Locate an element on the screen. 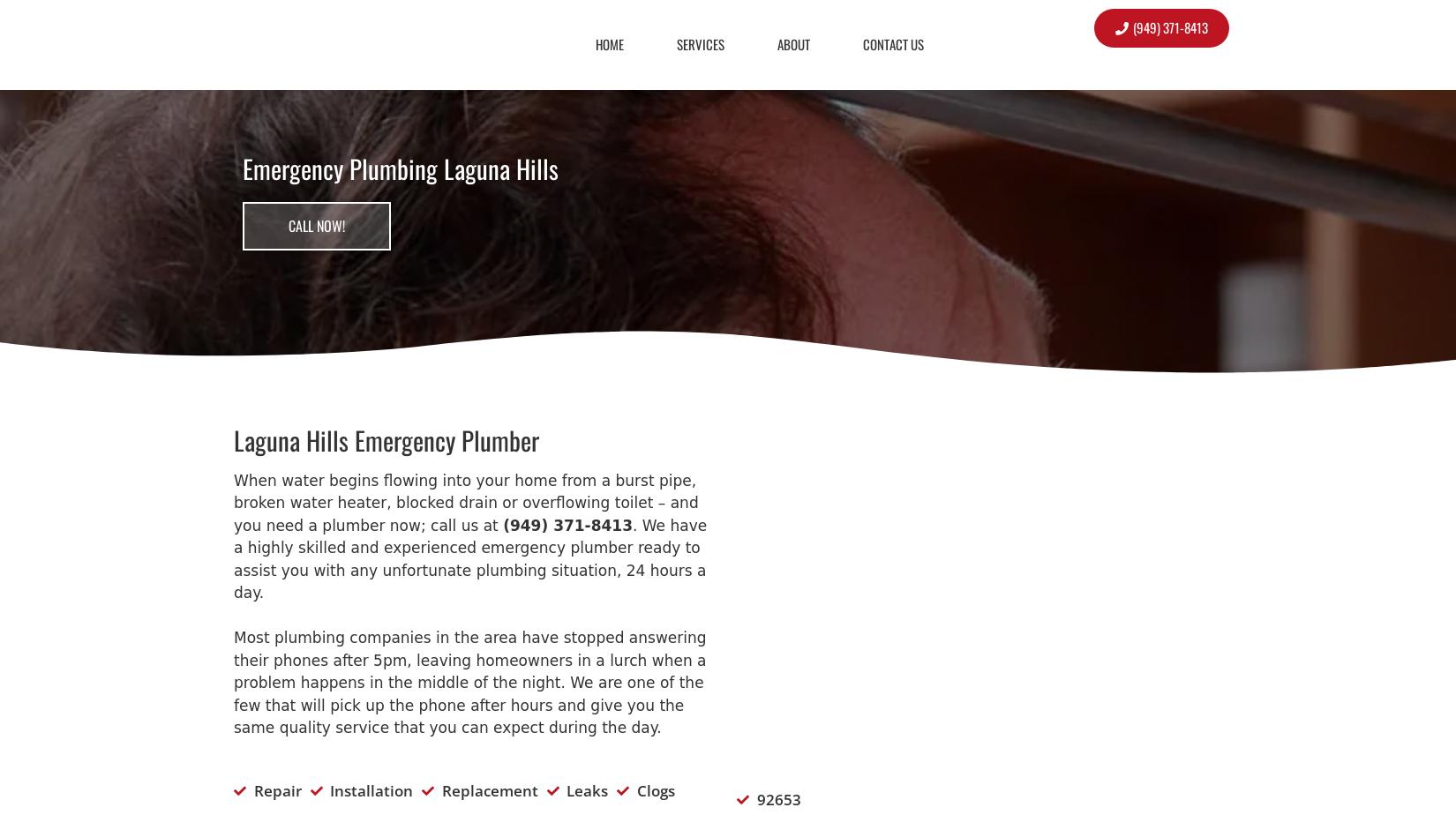 This screenshot has width=1456, height=830. 'CALL NOW!' is located at coordinates (317, 225).